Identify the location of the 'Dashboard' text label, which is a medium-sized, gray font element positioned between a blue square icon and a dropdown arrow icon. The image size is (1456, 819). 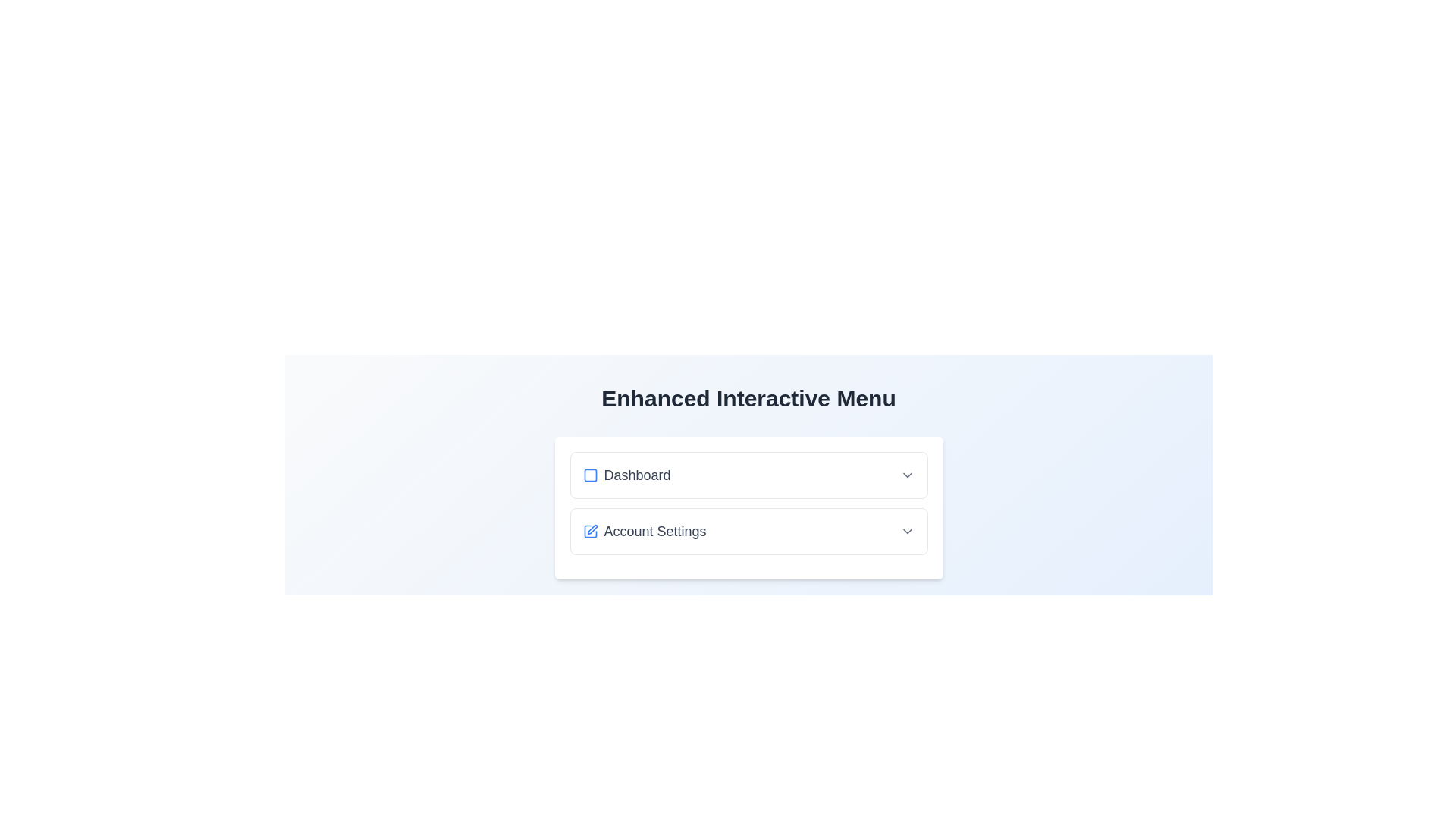
(637, 475).